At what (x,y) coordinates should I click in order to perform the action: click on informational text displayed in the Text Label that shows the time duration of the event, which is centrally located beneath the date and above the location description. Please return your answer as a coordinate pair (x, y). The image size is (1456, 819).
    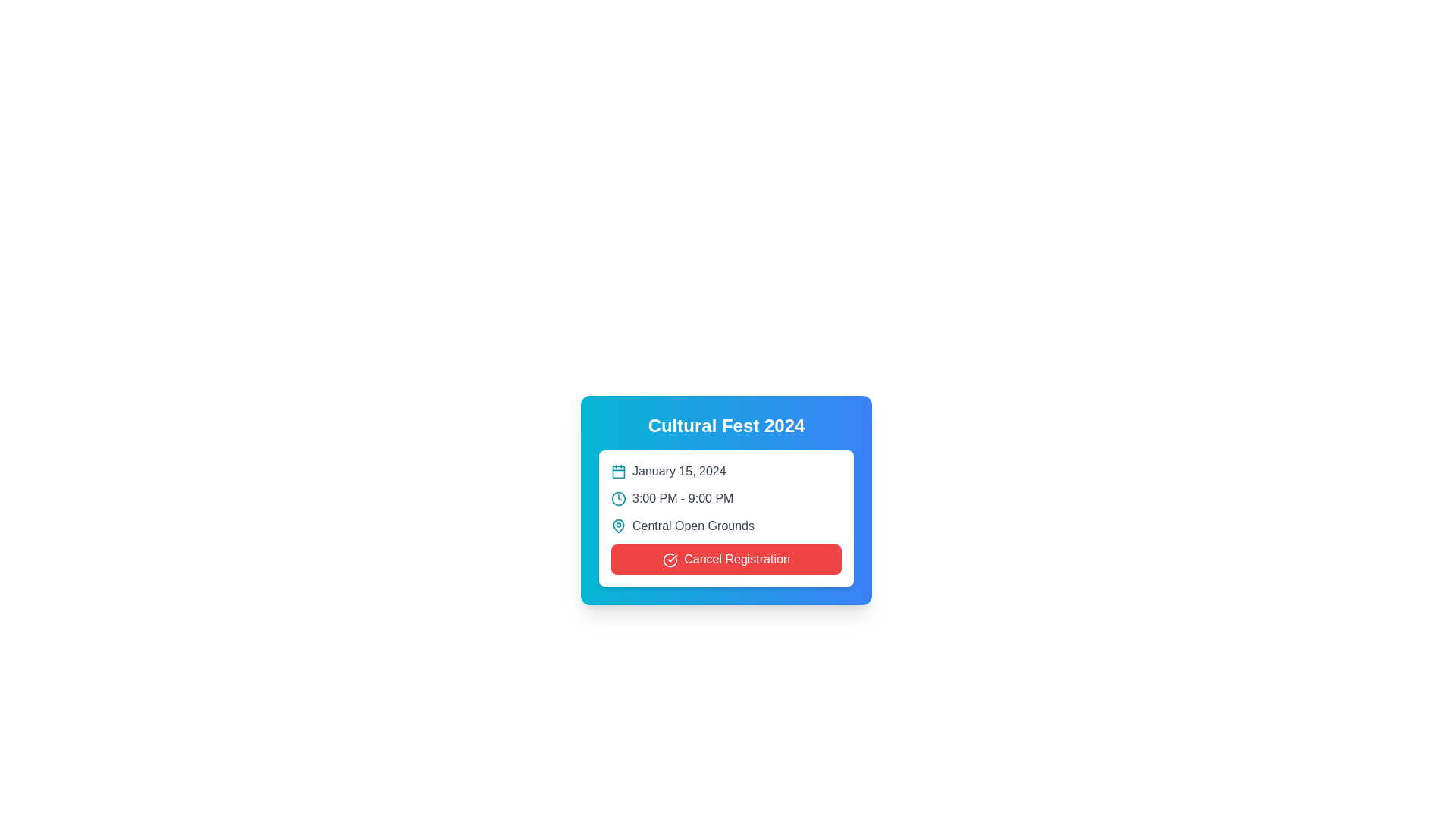
    Looking at the image, I should click on (682, 499).